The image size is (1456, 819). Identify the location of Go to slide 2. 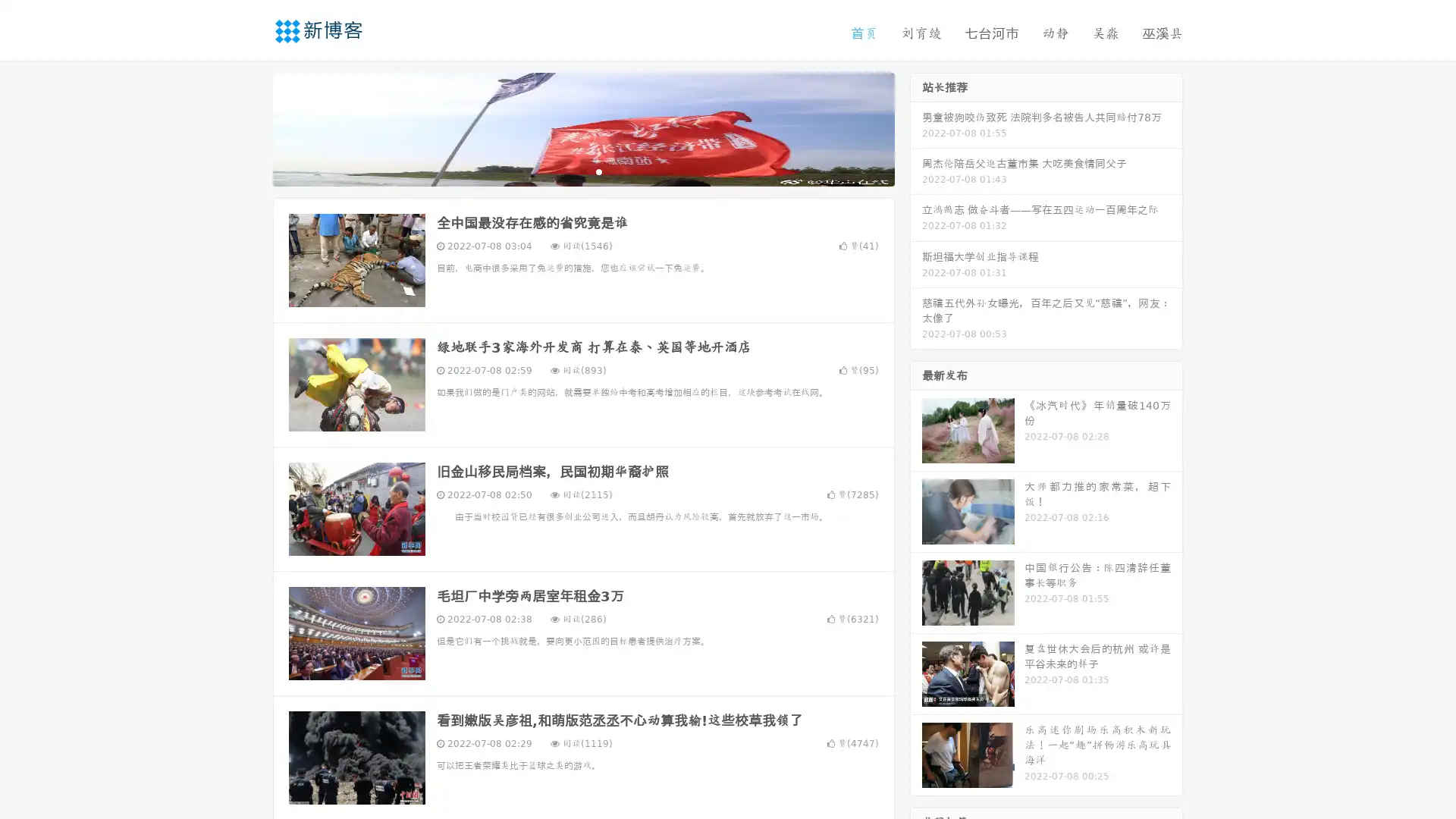
(582, 171).